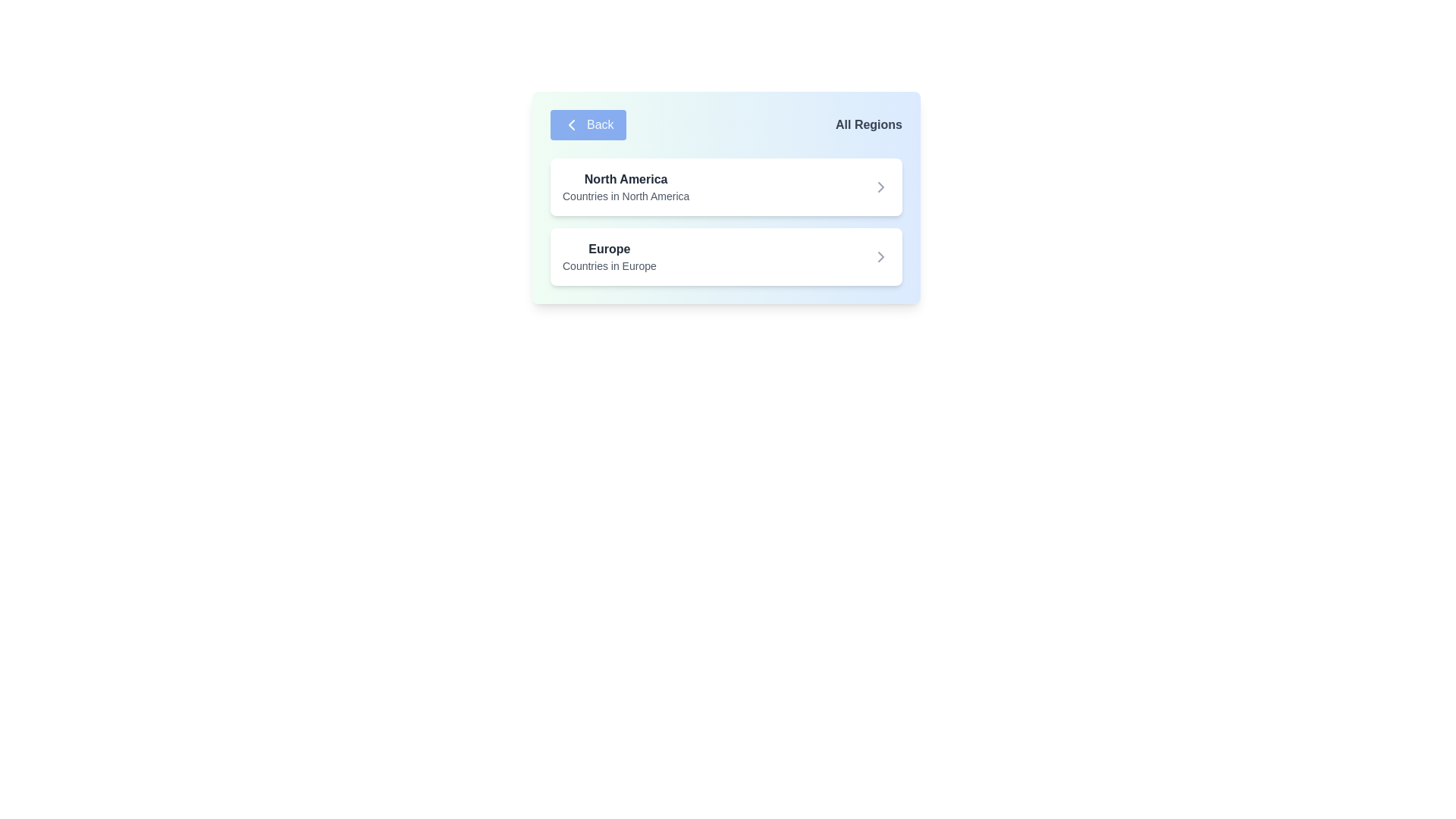  I want to click on the Text label that reads 'Europe' which is part of a card-style component with a white background, located in the second card of a vertically arranged list, so click(609, 256).